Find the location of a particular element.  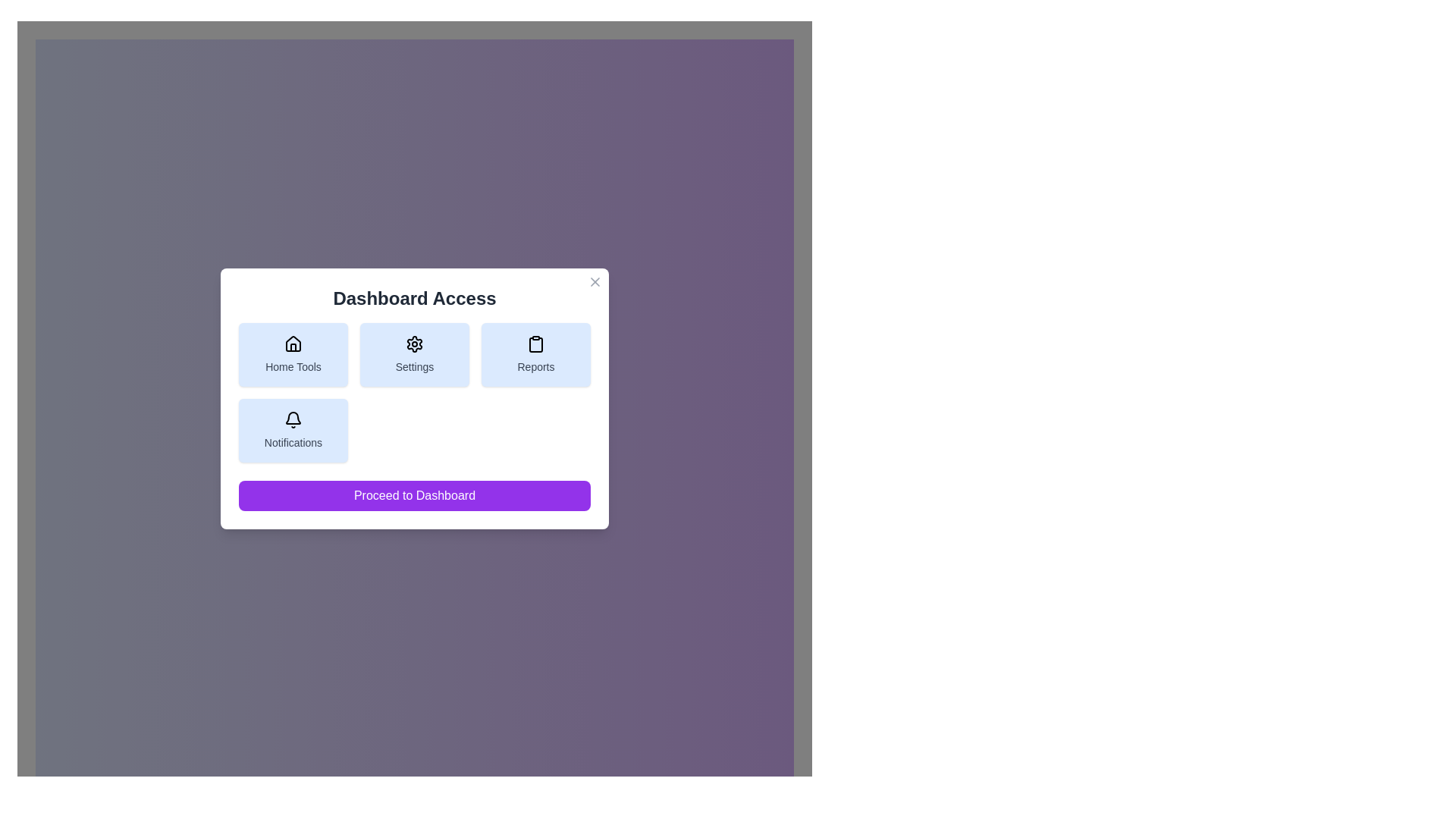

the navigational button in the 'Dashboard Access' card is located at coordinates (535, 354).